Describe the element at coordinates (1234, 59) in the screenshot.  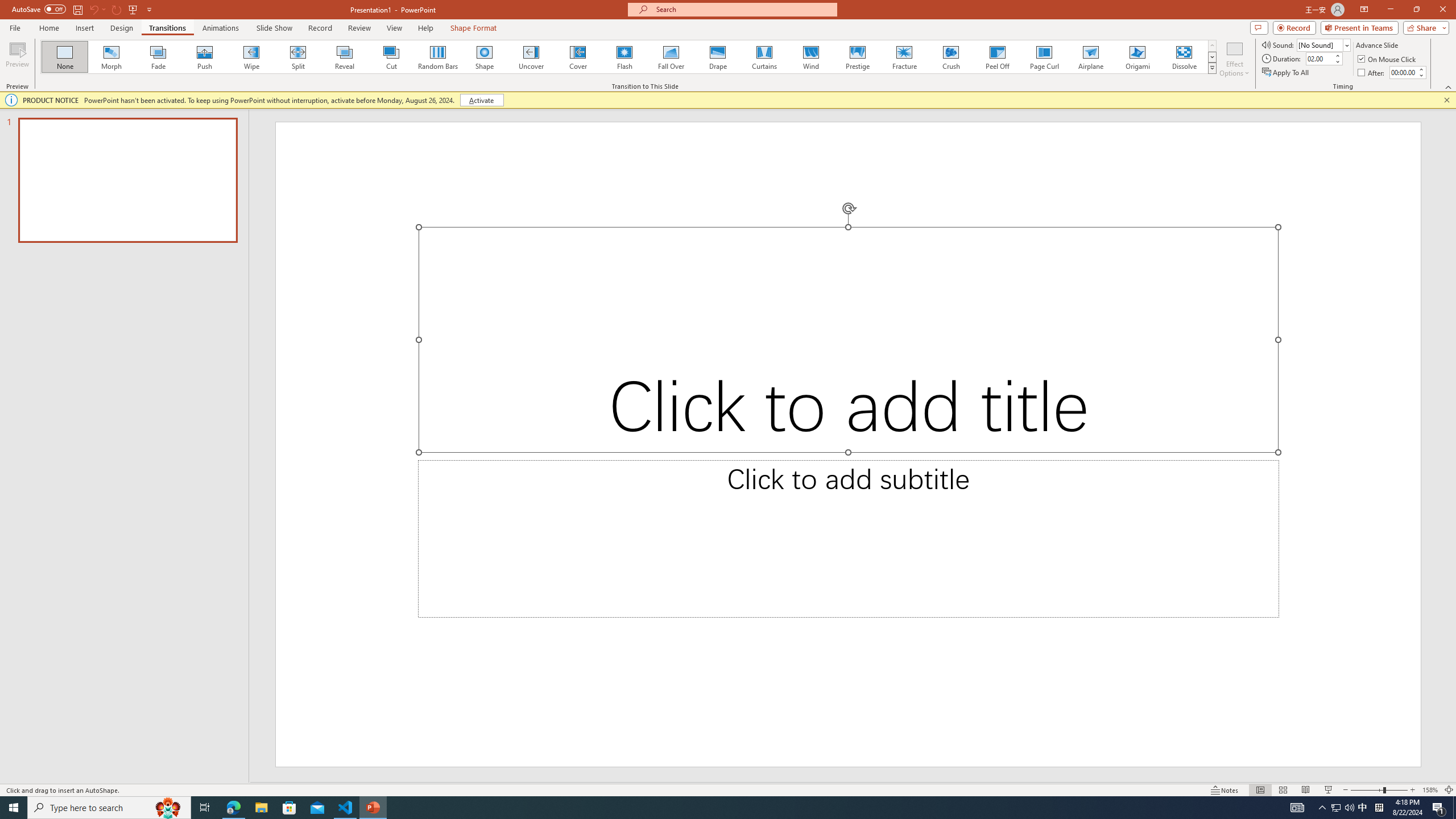
I see `'Effect Options'` at that location.